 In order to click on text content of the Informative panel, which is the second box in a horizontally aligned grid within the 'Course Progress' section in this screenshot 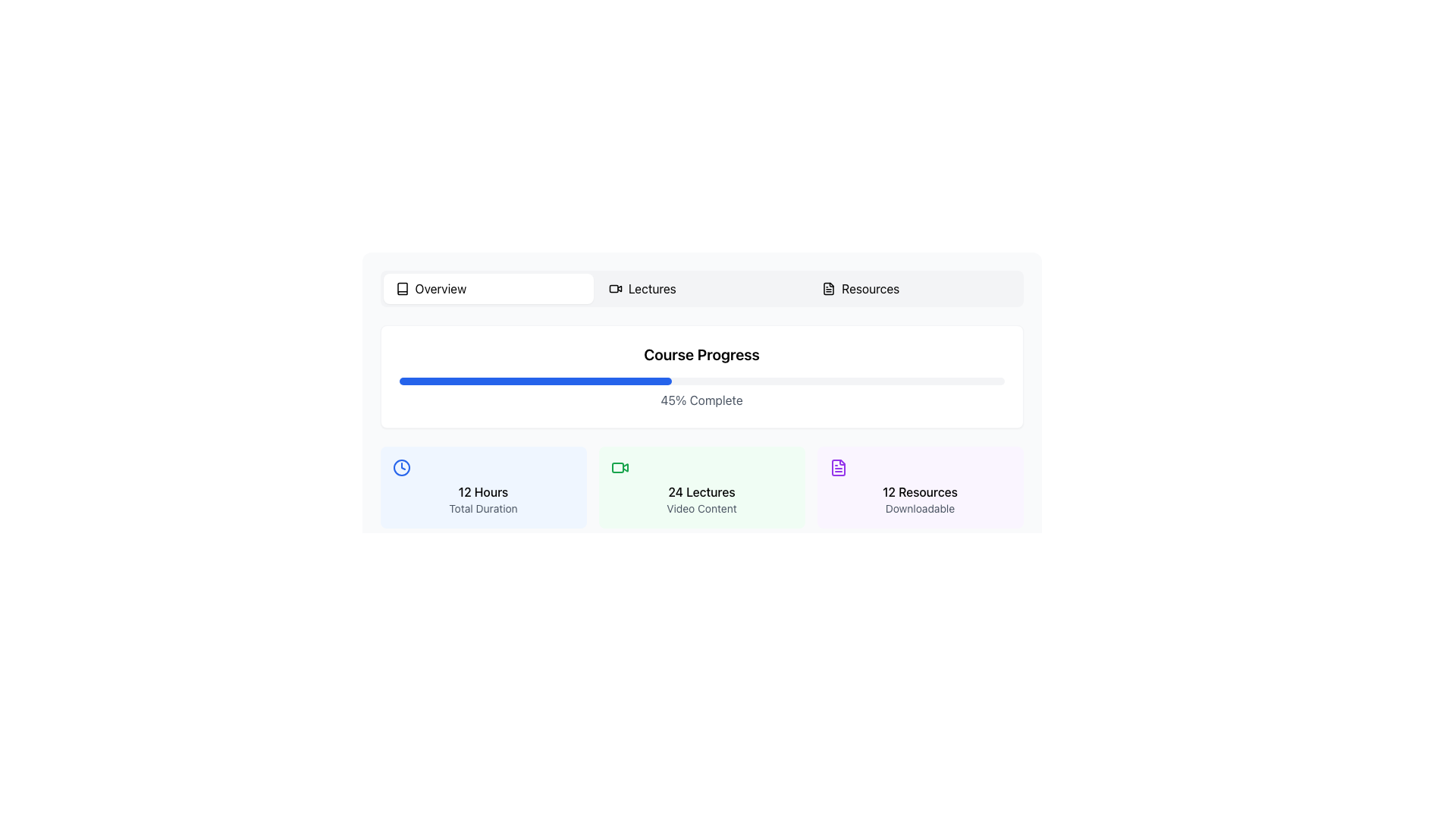, I will do `click(701, 488)`.